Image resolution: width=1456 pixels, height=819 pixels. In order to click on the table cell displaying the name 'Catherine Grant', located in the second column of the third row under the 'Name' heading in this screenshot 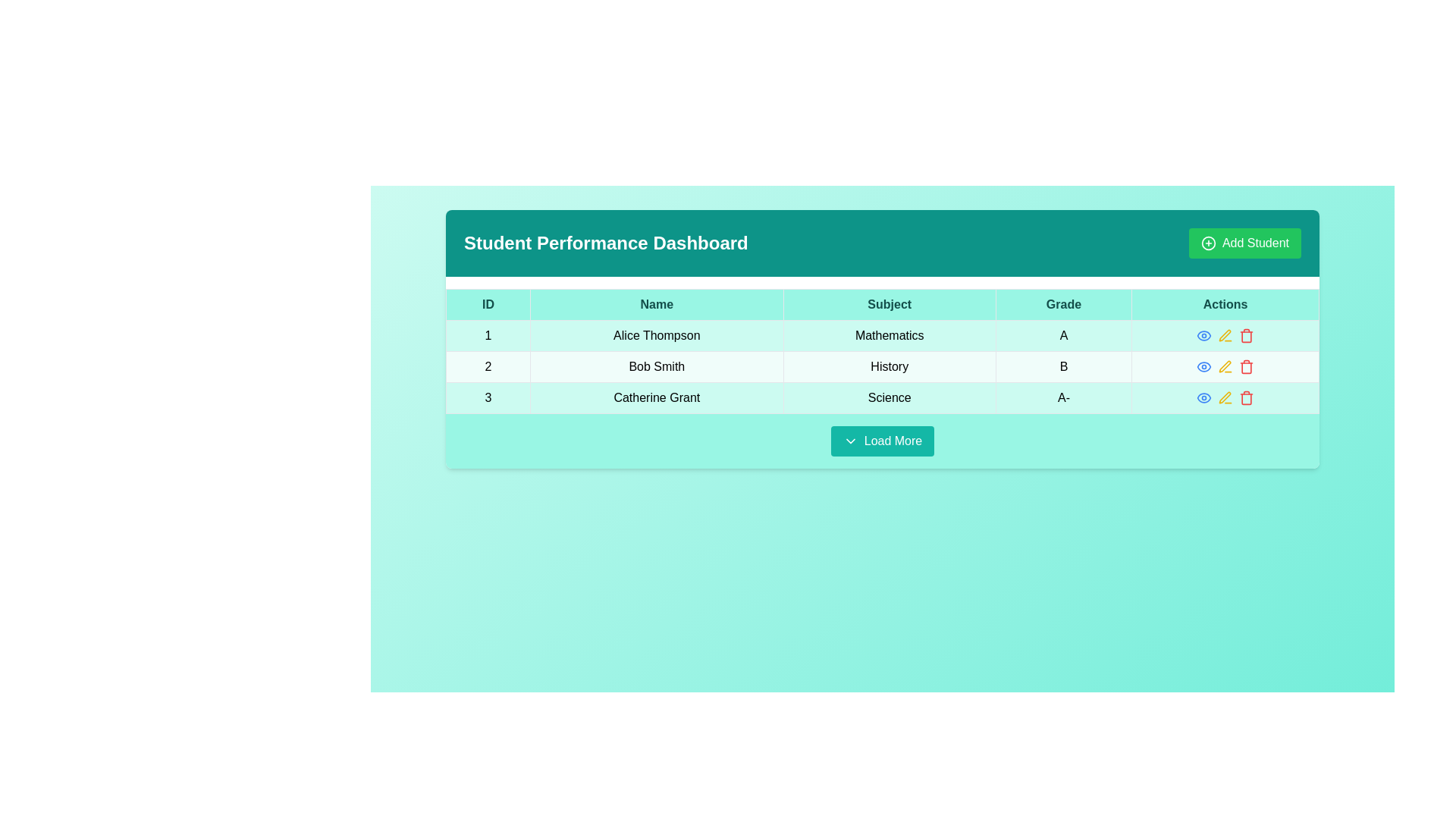, I will do `click(657, 397)`.